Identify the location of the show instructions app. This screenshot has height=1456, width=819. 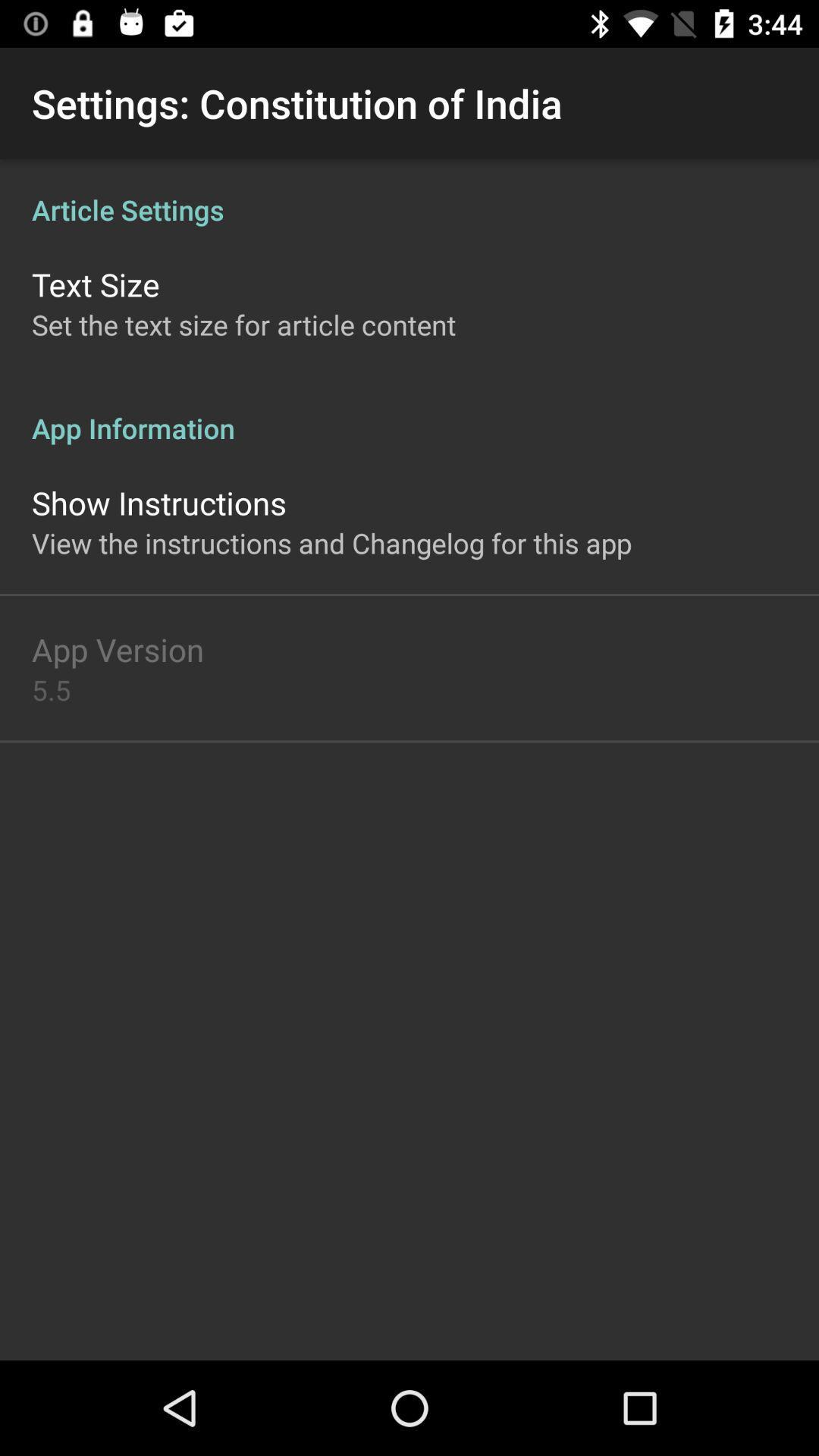
(158, 502).